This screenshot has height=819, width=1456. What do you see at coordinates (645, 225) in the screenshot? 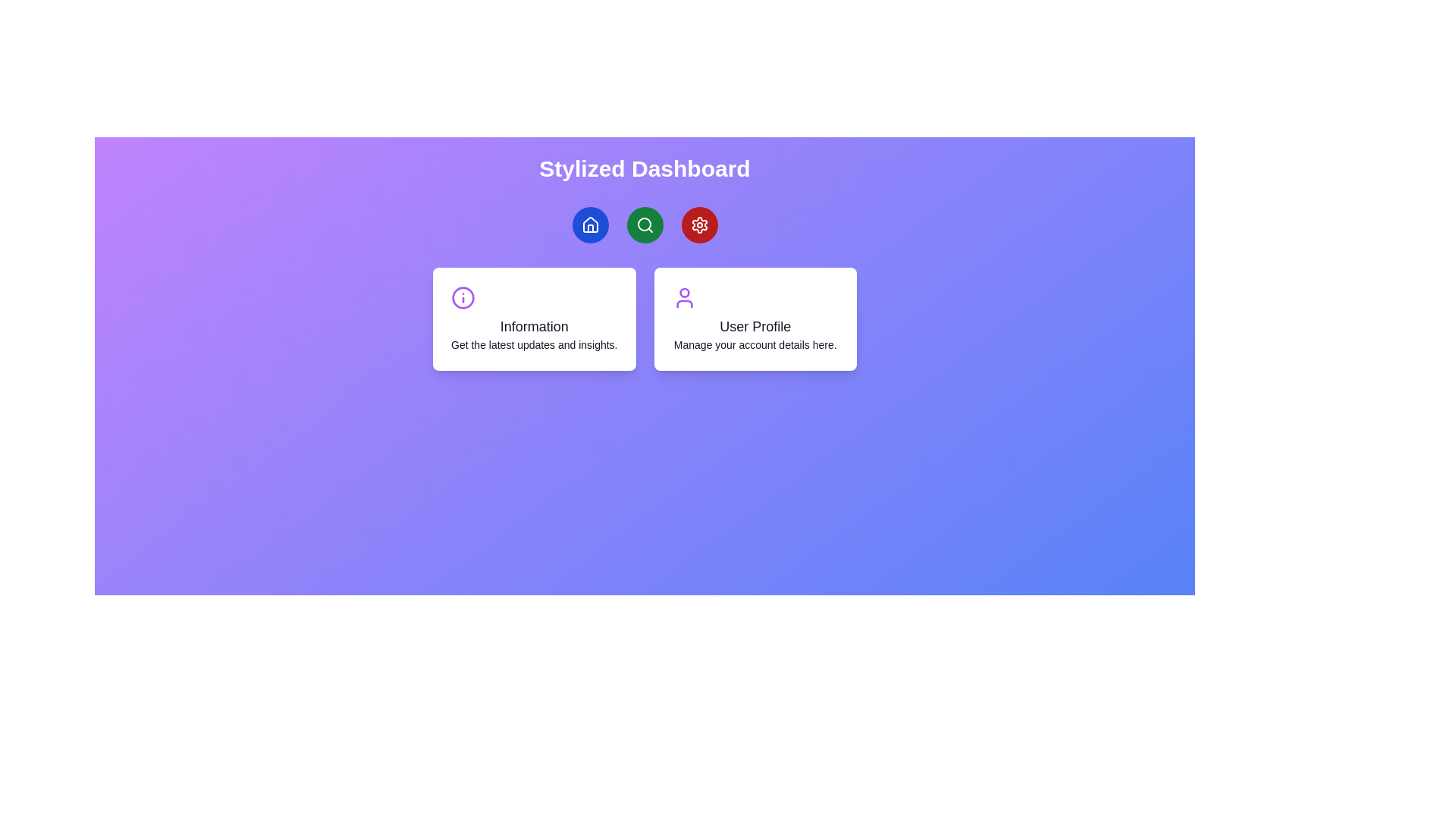
I see `the magnifying glass icon button, which is white and housed within a circular green button, to initiate the search functionality` at bounding box center [645, 225].